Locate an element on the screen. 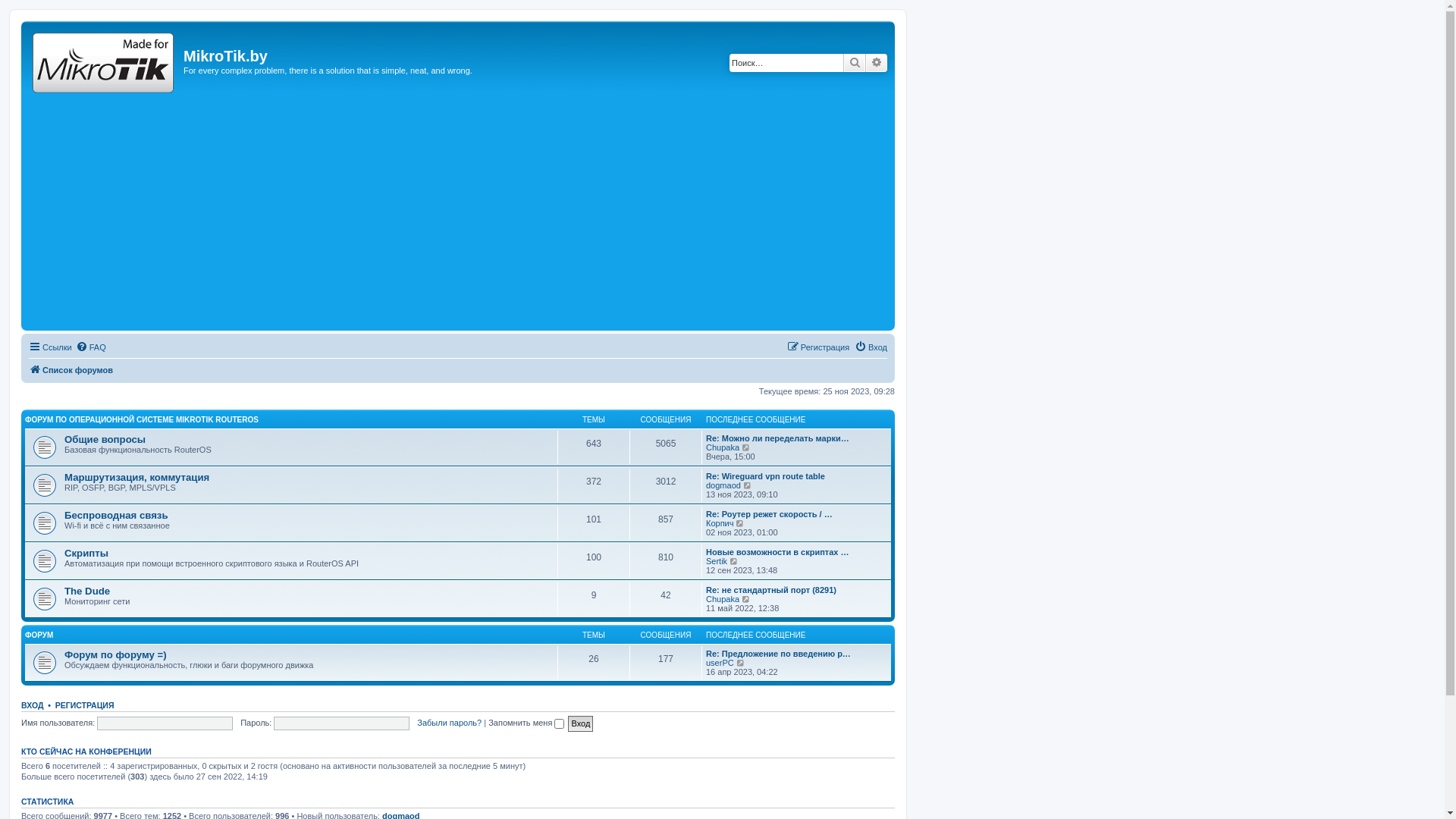  'FAQ' is located at coordinates (90, 347).